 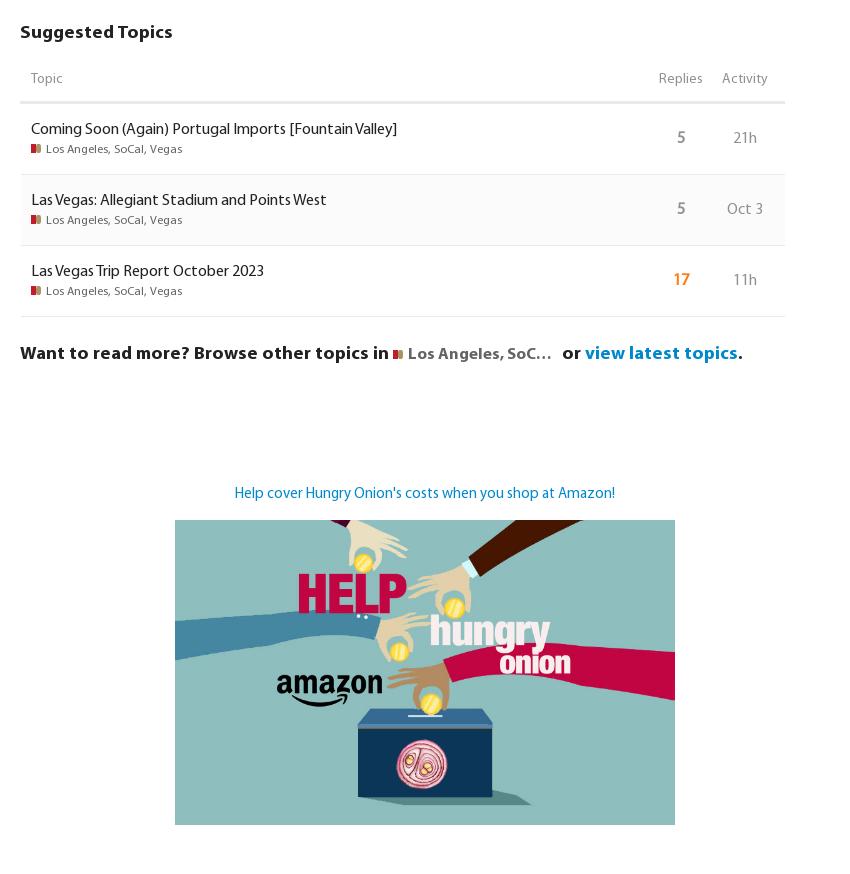 I want to click on 'Replies', so click(x=680, y=78).